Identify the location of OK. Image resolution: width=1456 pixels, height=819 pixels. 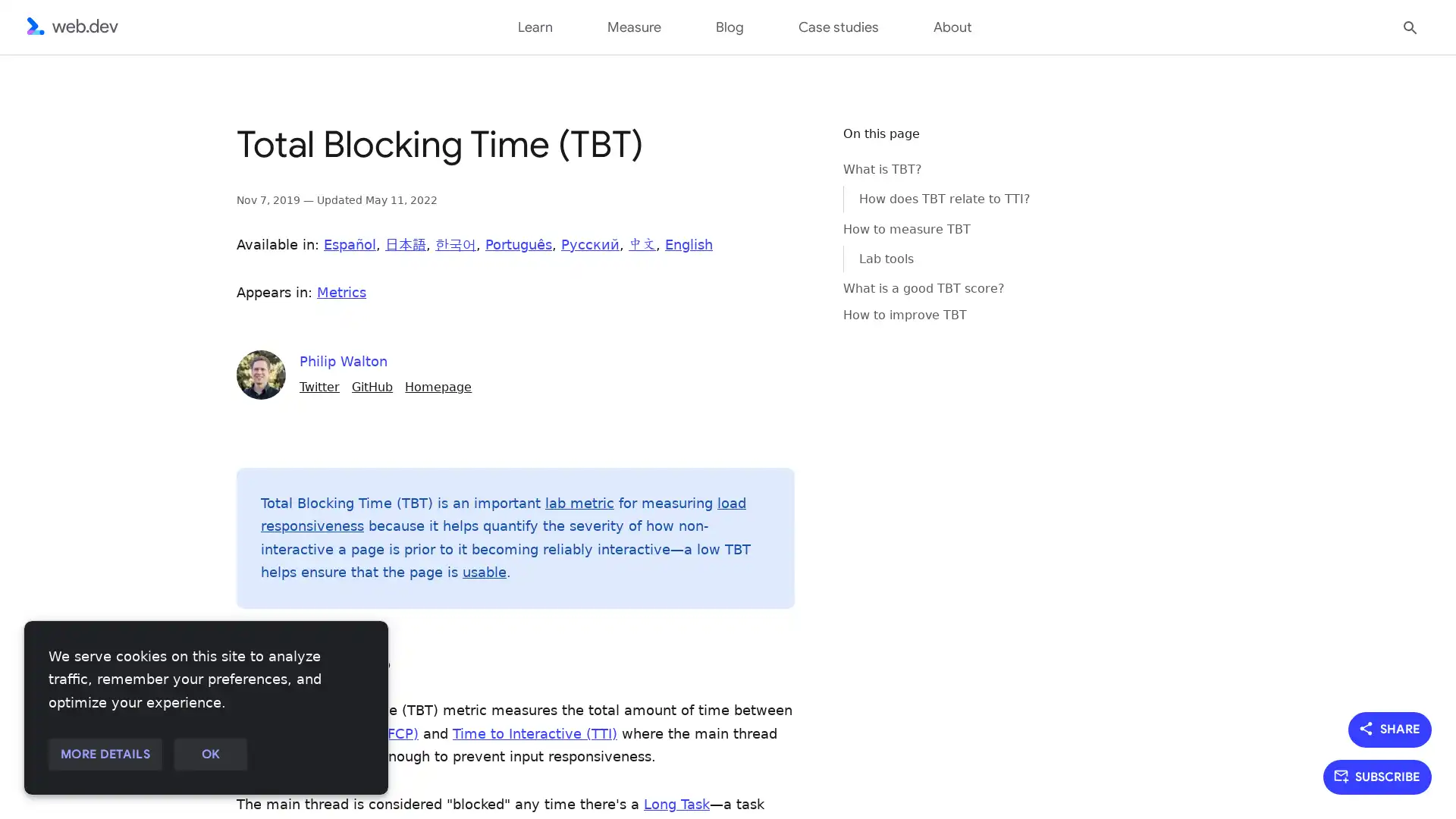
(209, 755).